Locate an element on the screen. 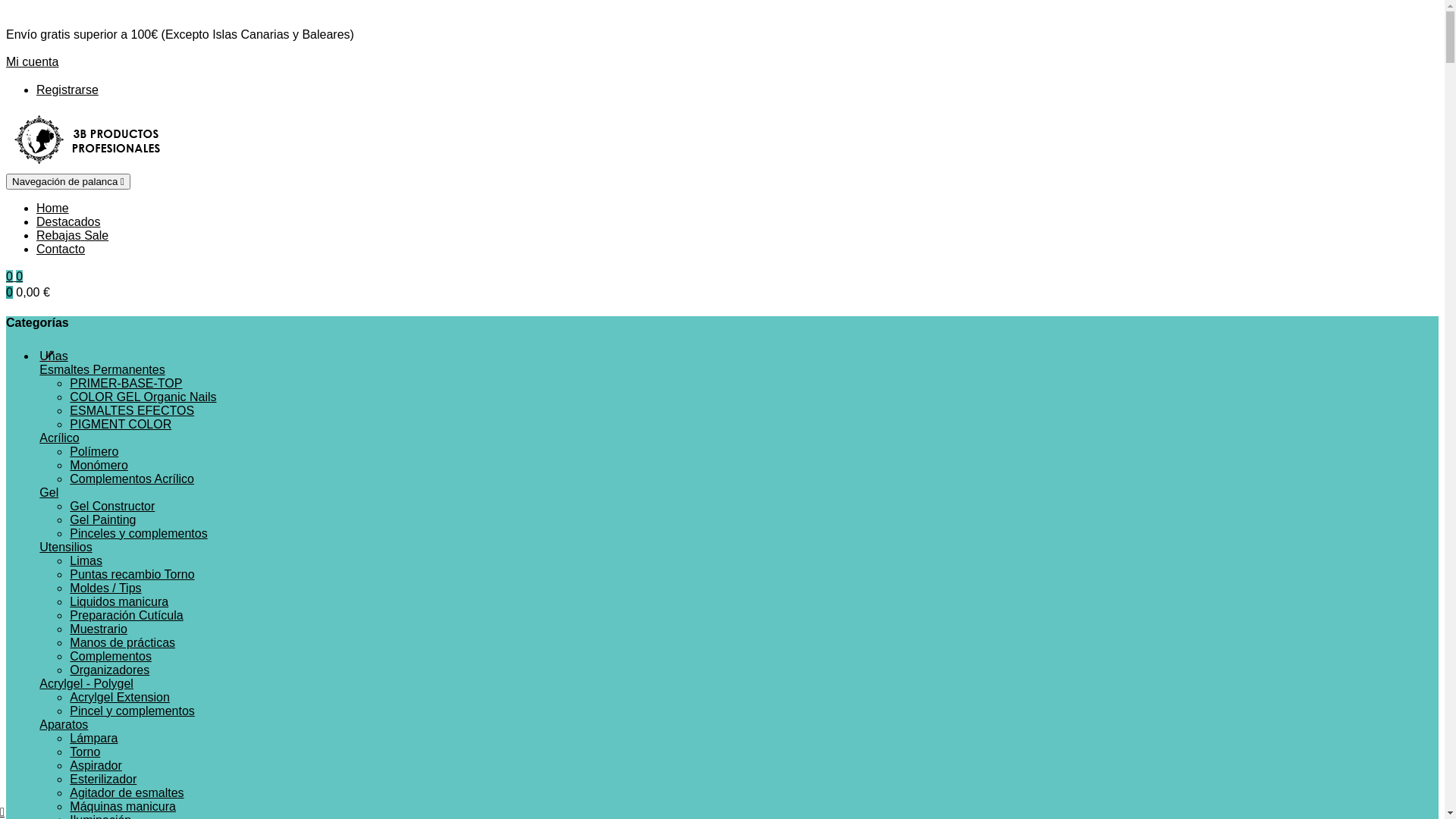 The image size is (1456, 819). 'ESMALTES EFECTOS' is located at coordinates (68, 410).